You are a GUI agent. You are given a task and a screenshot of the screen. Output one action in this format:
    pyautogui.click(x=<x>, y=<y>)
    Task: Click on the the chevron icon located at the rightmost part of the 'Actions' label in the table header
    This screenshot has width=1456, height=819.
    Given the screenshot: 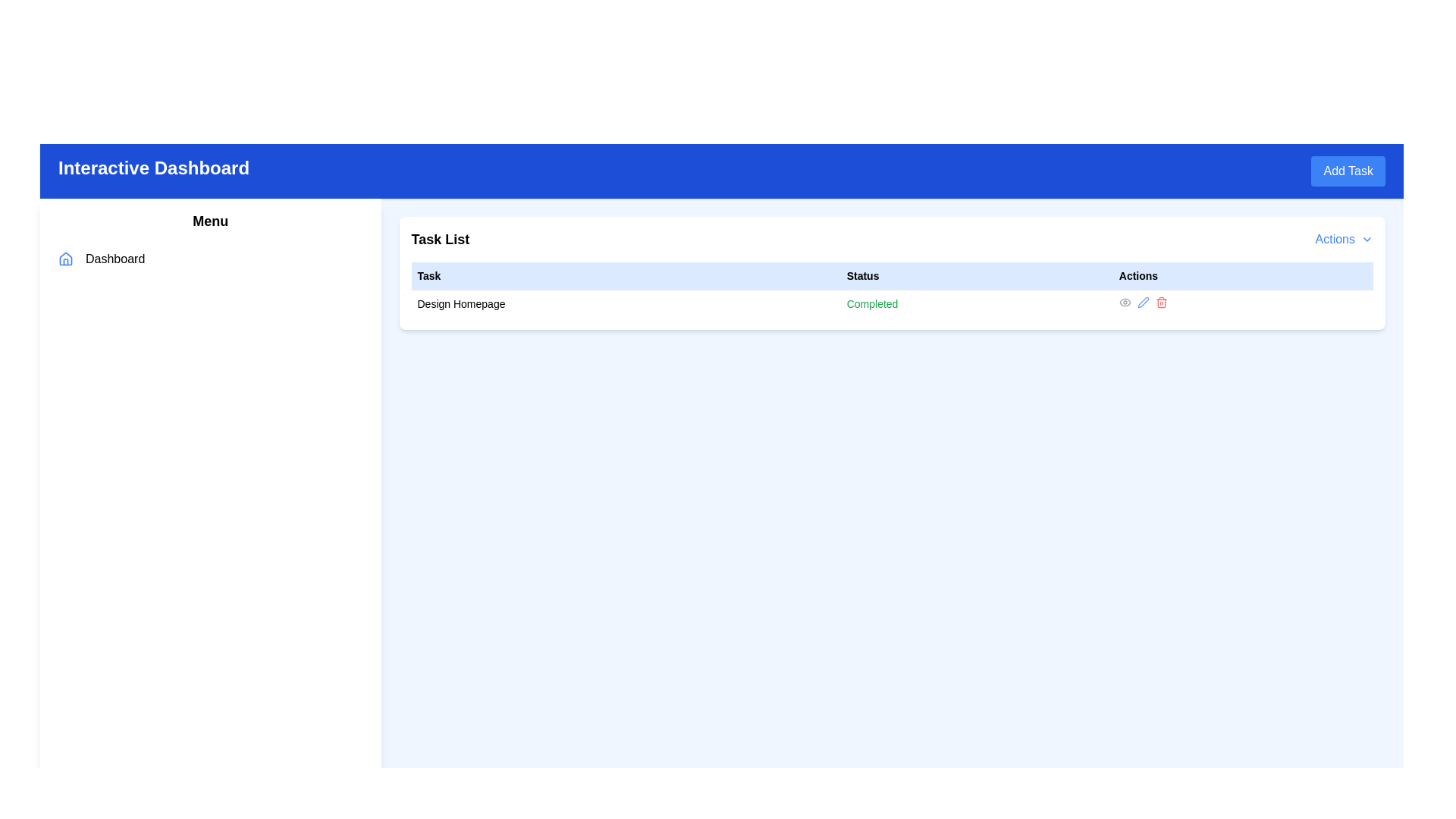 What is the action you would take?
    pyautogui.click(x=1367, y=239)
    